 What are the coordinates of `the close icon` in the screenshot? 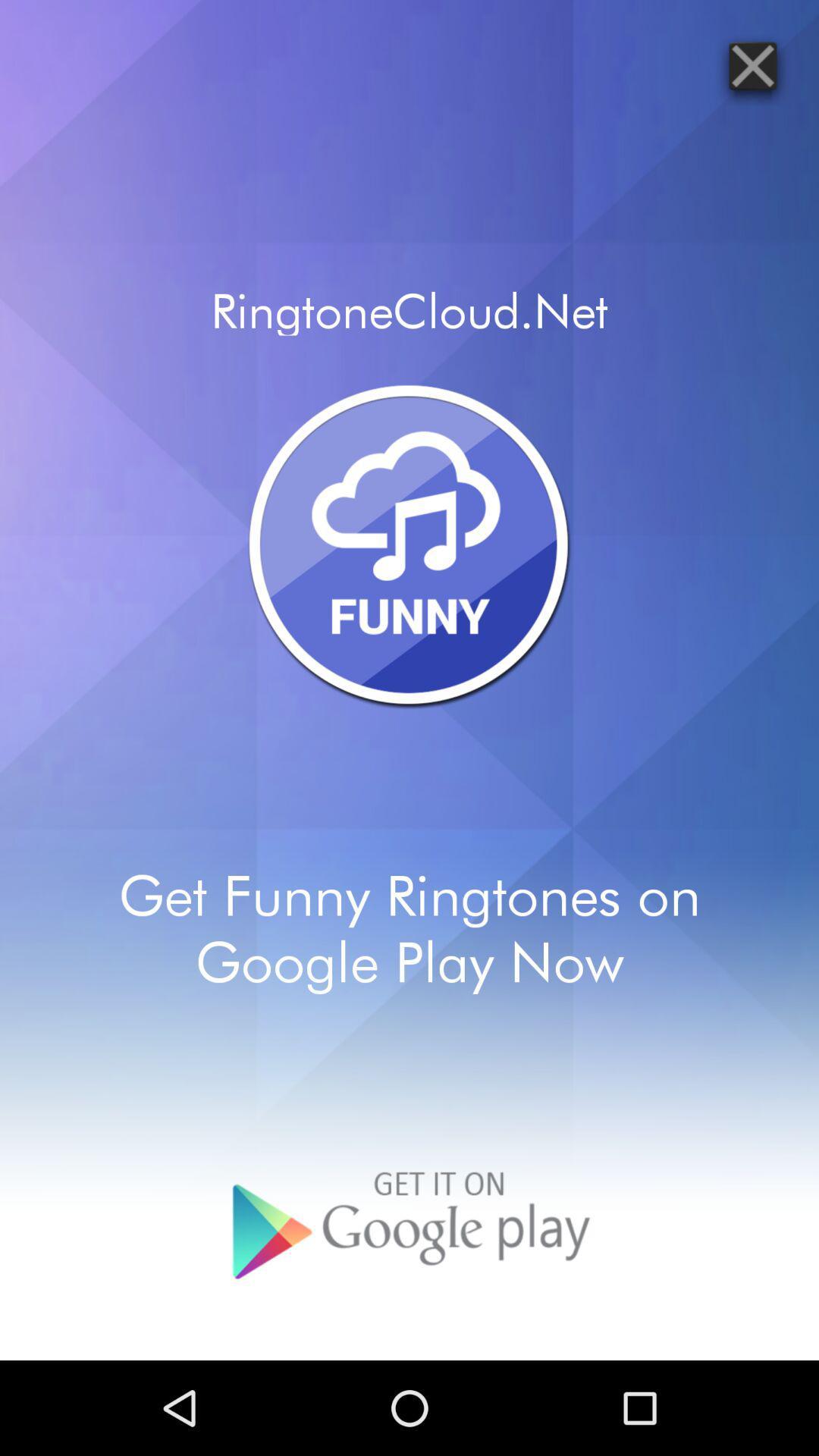 It's located at (752, 70).